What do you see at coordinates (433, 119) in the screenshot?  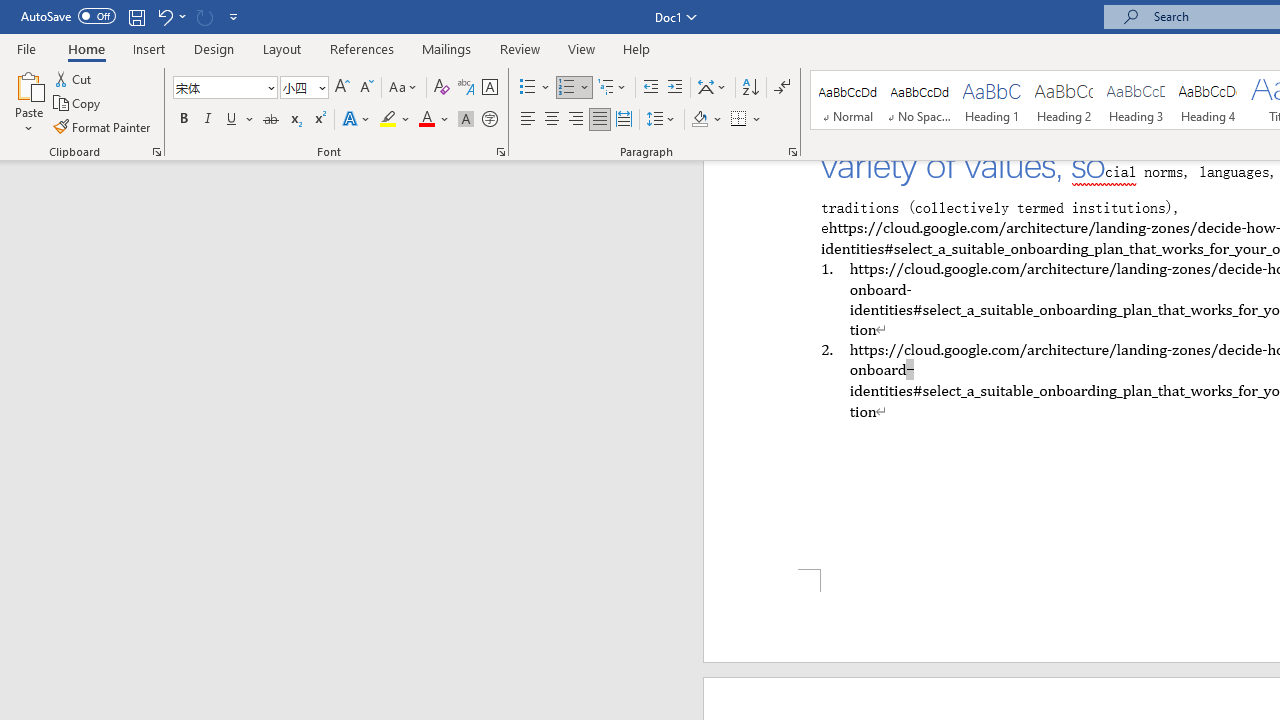 I see `'Font Color'` at bounding box center [433, 119].